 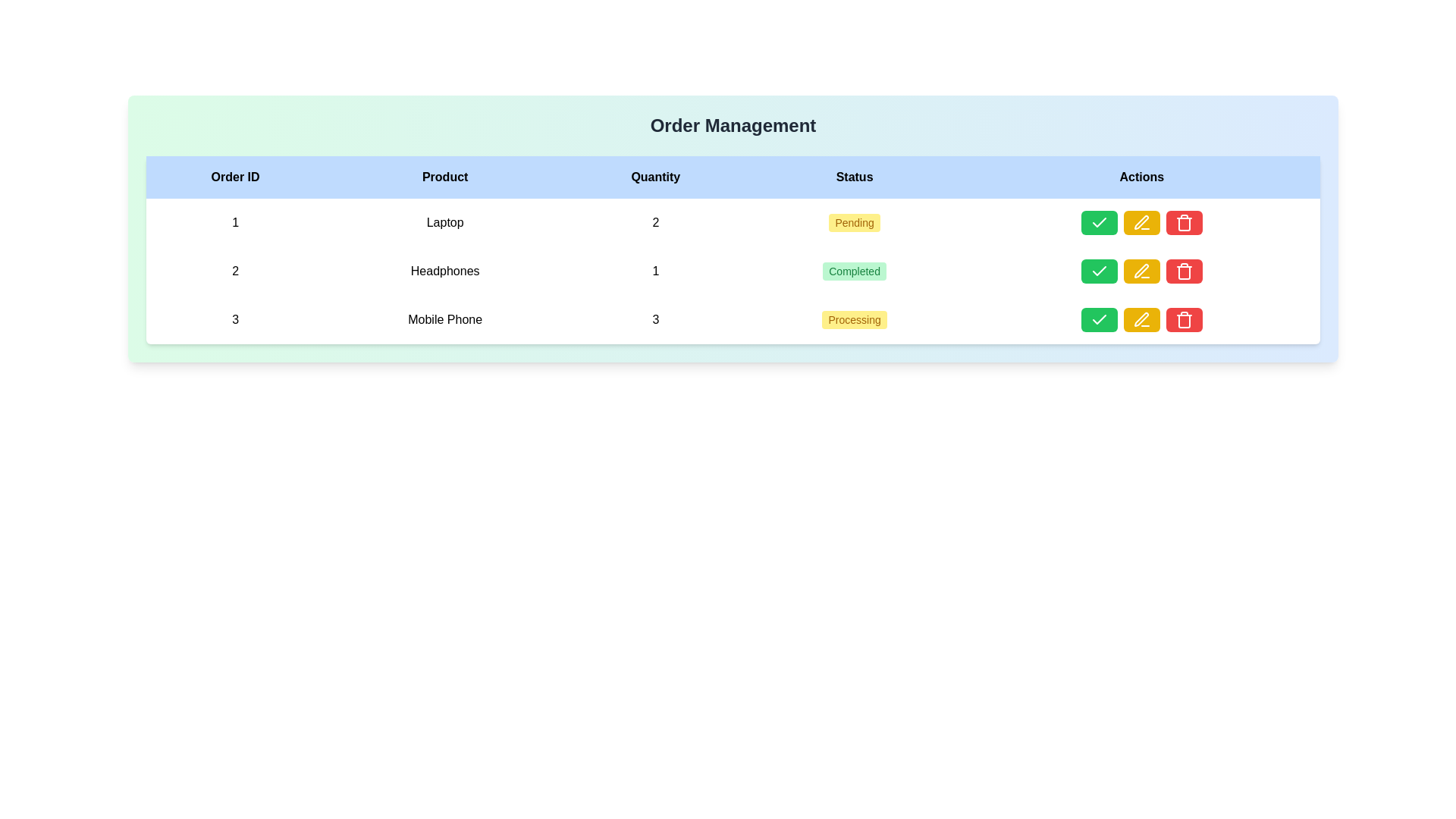 I want to click on the delete icon button in the 'Actions' column of the last row, so click(x=1183, y=271).